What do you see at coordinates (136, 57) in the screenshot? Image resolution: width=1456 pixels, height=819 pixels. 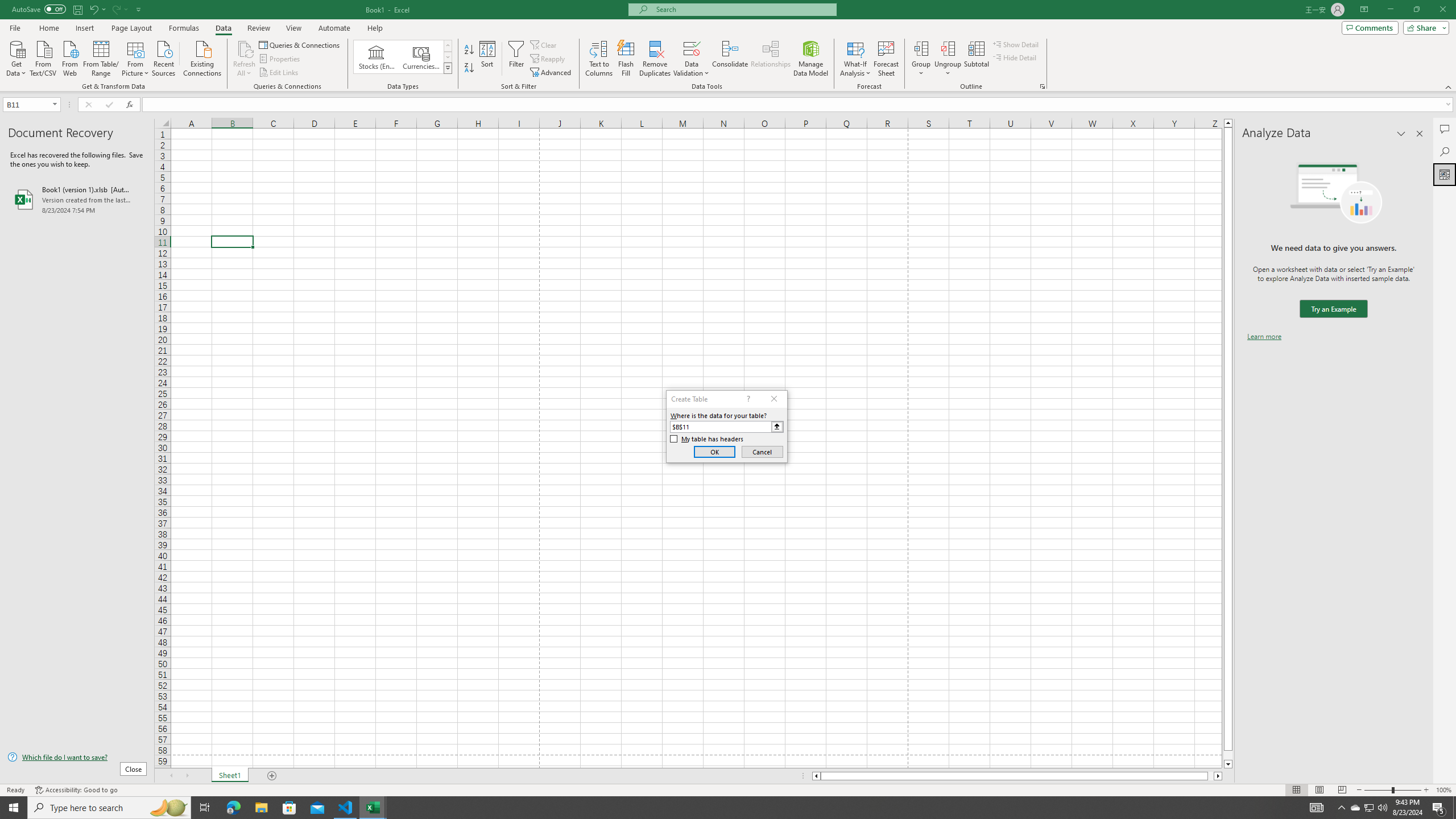 I see `'From Picture'` at bounding box center [136, 57].